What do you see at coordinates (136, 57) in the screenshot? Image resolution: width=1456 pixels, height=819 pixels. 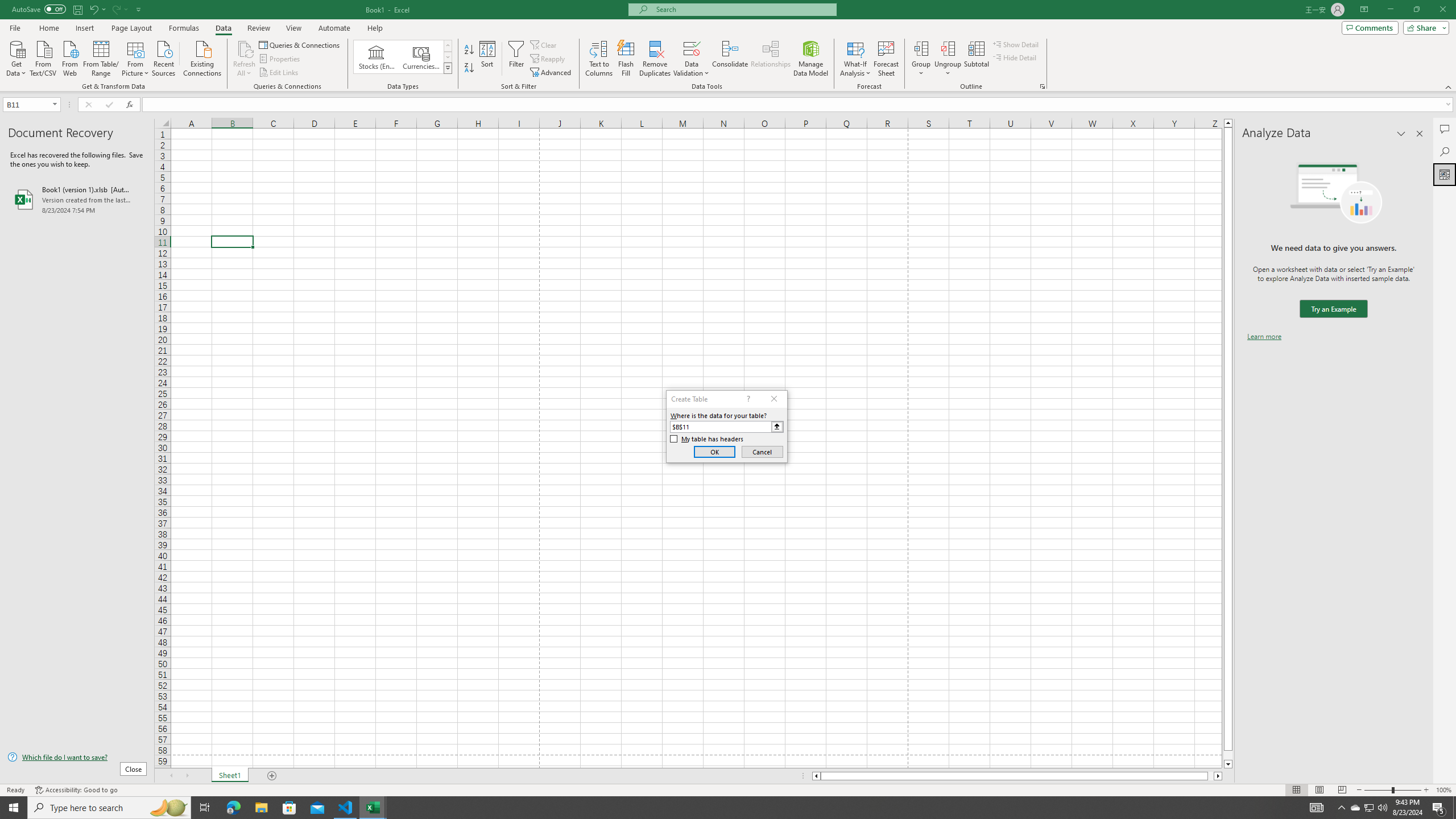 I see `'From Picture'` at bounding box center [136, 57].